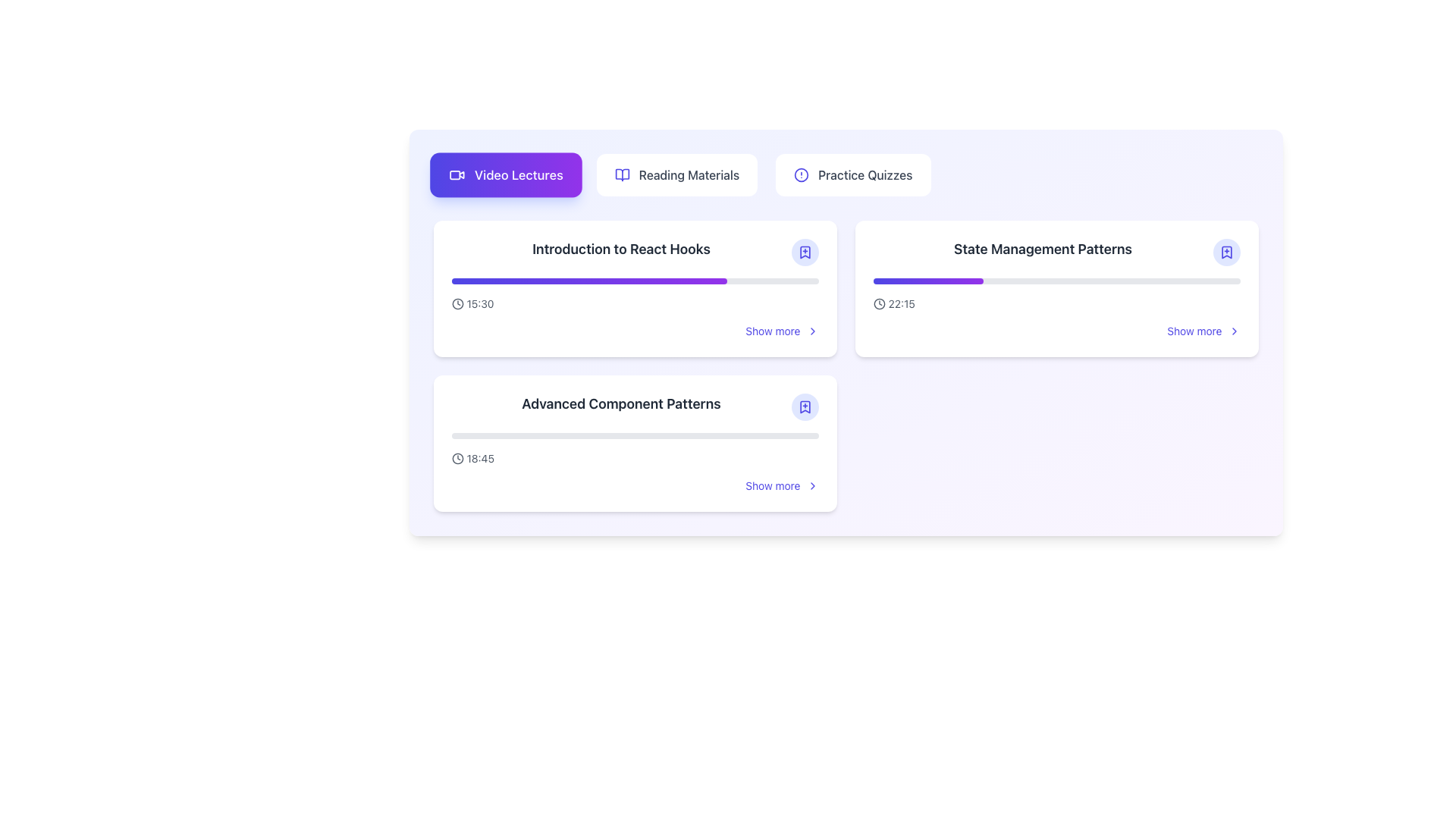  What do you see at coordinates (1056, 308) in the screenshot?
I see `the 'Show more' link located on the right side of the progress indicator in the 'State Management Patterns' card` at bounding box center [1056, 308].